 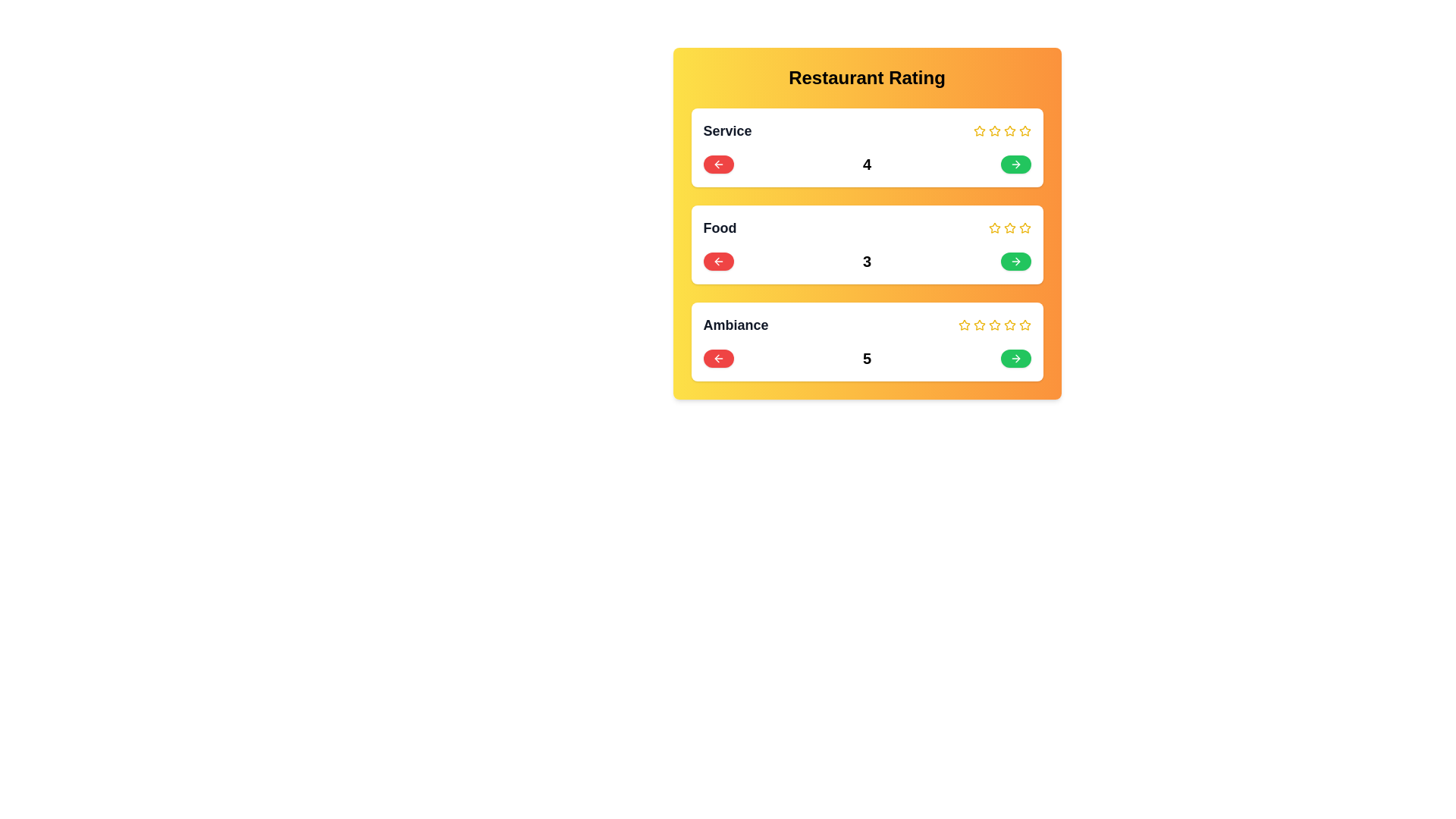 I want to click on the fourth star icon in the rating system under the 'Ambiance' section, which has a hollow appearance and a yellow border, so click(x=994, y=324).